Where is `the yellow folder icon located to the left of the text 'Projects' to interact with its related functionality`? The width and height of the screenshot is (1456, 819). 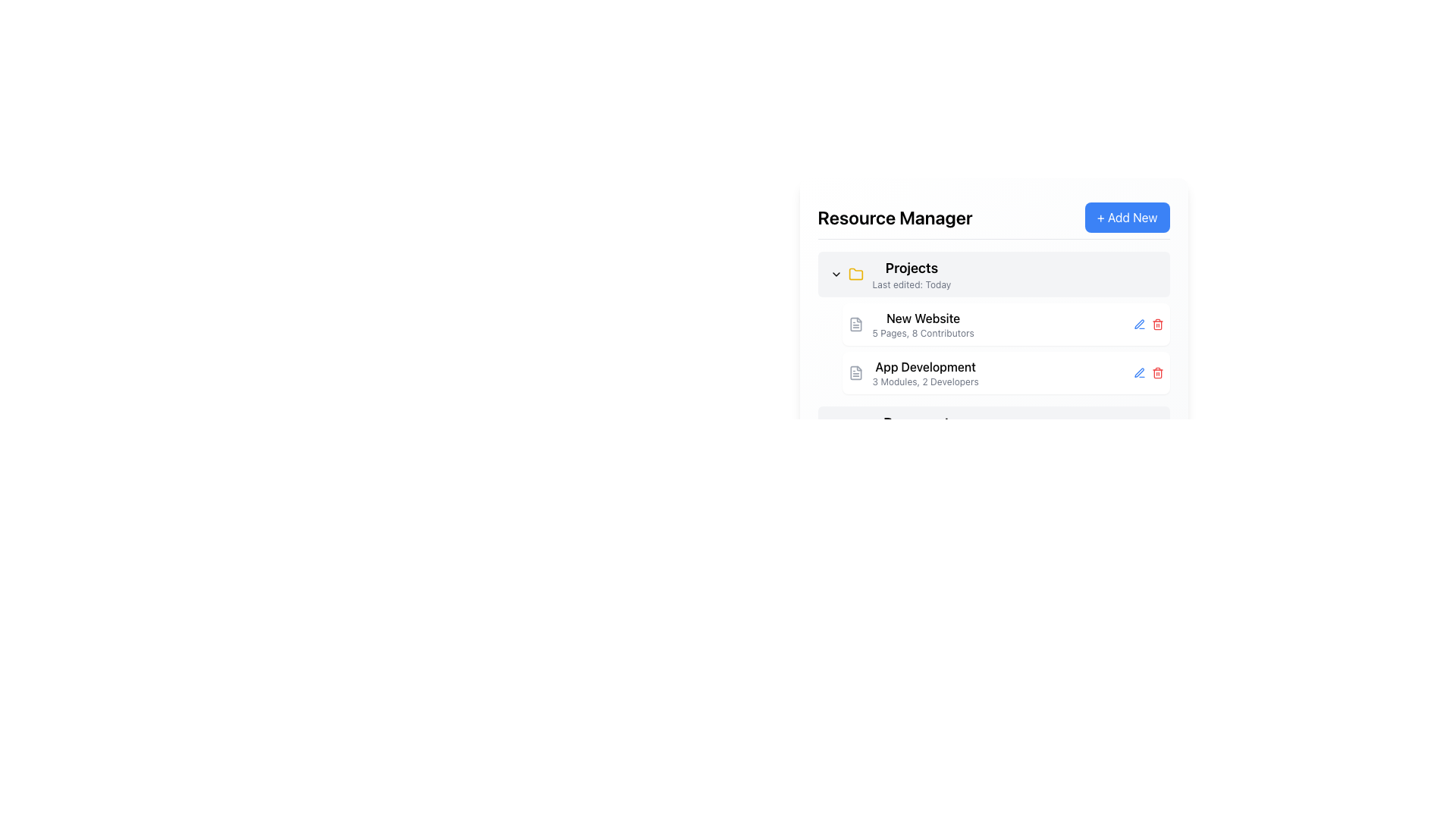
the yellow folder icon located to the left of the text 'Projects' to interact with its related functionality is located at coordinates (855, 275).